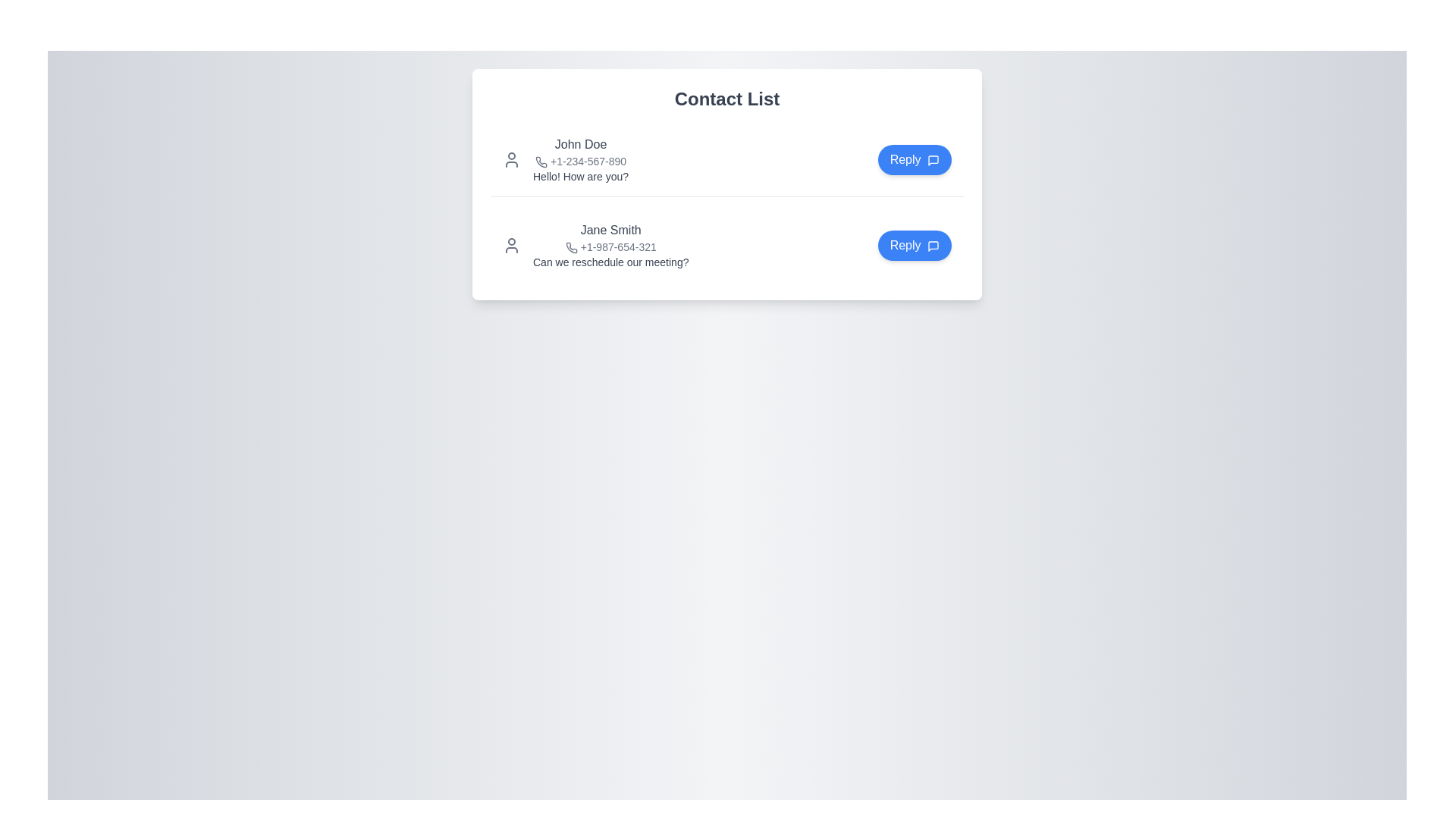  I want to click on the phone icon located in the contact information section for 'Jane Smith', adjacent to the phone number '+1-987-654-321', so click(570, 247).